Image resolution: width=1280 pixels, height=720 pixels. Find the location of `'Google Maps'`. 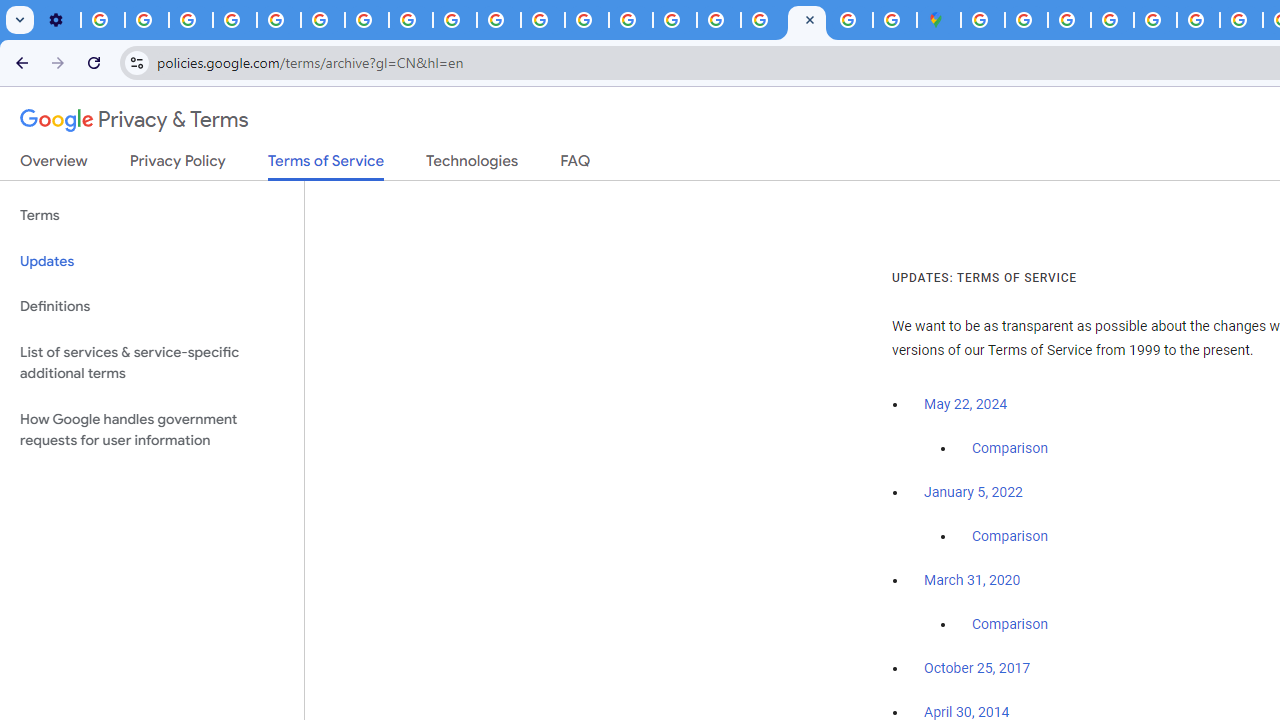

'Google Maps' is located at coordinates (937, 20).